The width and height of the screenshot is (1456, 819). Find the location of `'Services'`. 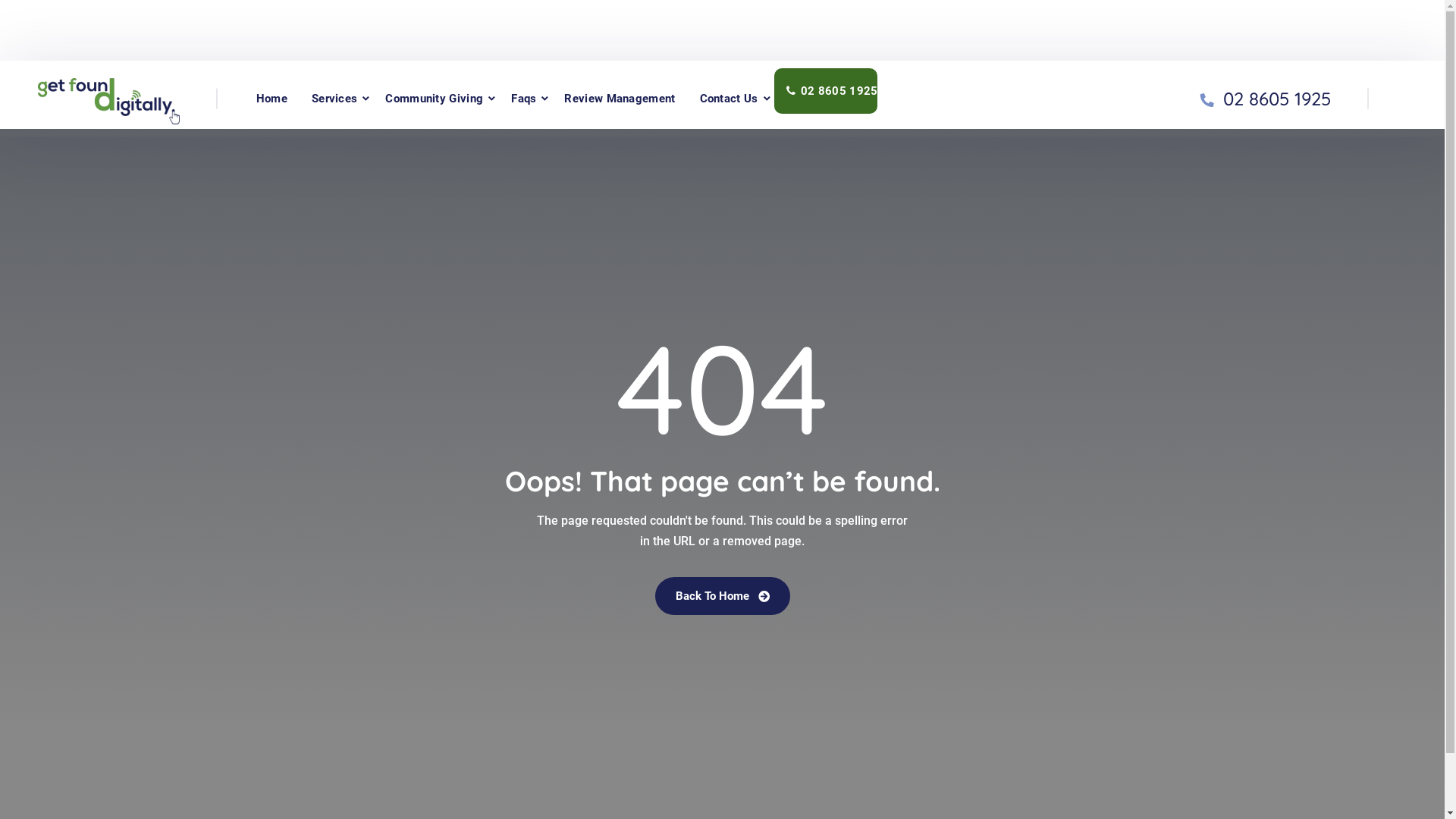

'Services' is located at coordinates (334, 99).